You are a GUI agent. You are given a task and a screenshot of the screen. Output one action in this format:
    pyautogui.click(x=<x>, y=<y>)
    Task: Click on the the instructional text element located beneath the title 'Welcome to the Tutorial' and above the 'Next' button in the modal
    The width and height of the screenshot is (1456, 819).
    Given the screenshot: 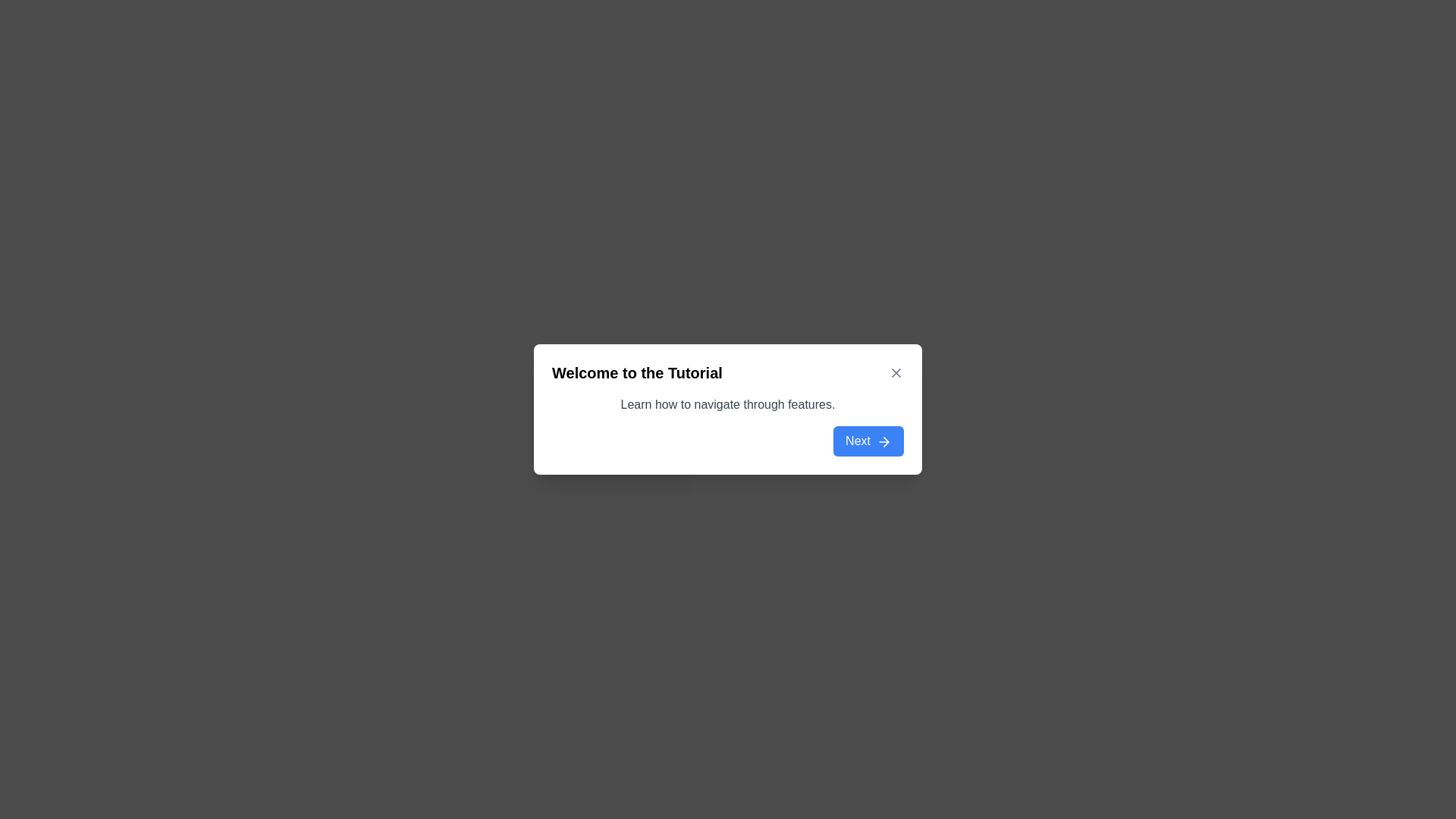 What is the action you would take?
    pyautogui.click(x=728, y=403)
    